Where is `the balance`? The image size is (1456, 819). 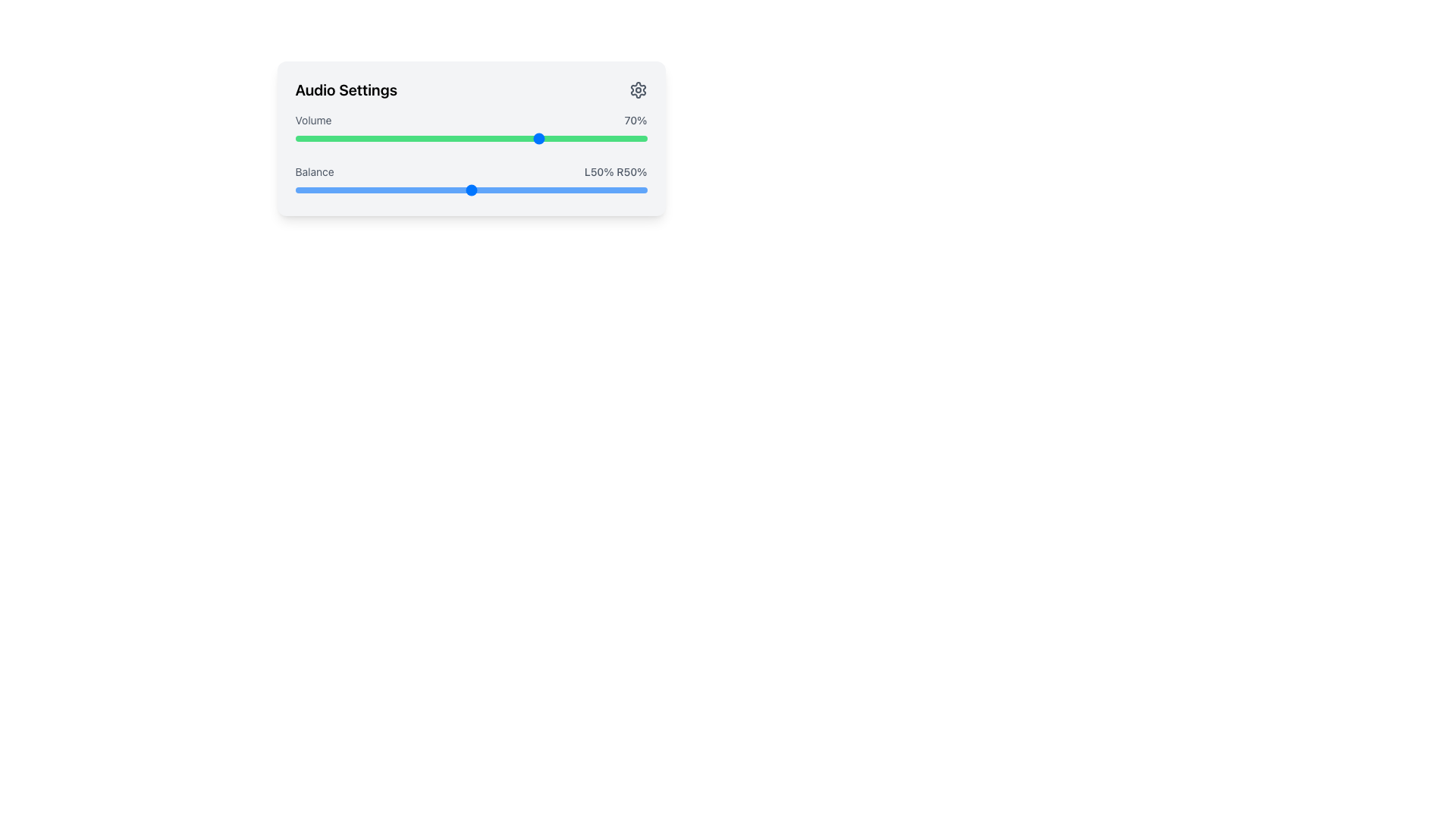
the balance is located at coordinates (404, 189).